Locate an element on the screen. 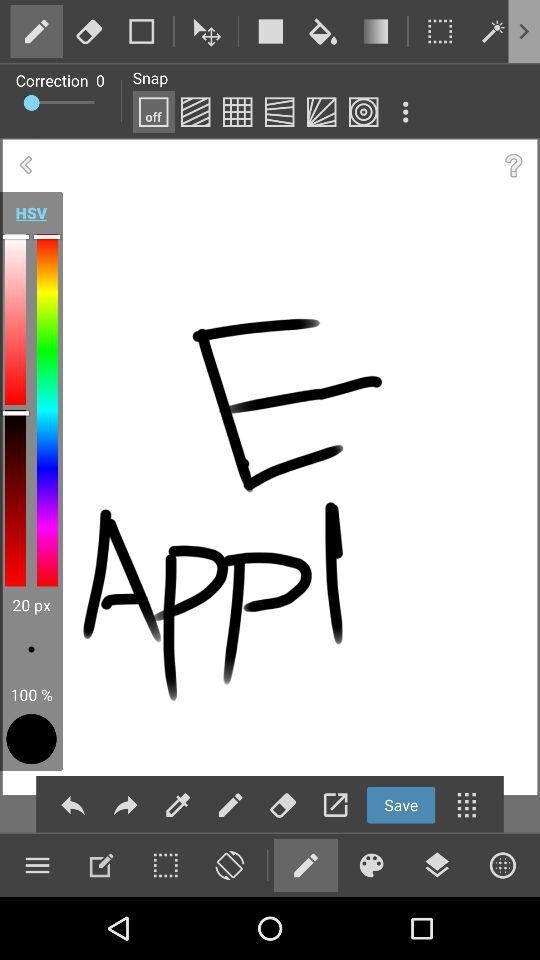 This screenshot has height=960, width=540. fill colors is located at coordinates (178, 805).